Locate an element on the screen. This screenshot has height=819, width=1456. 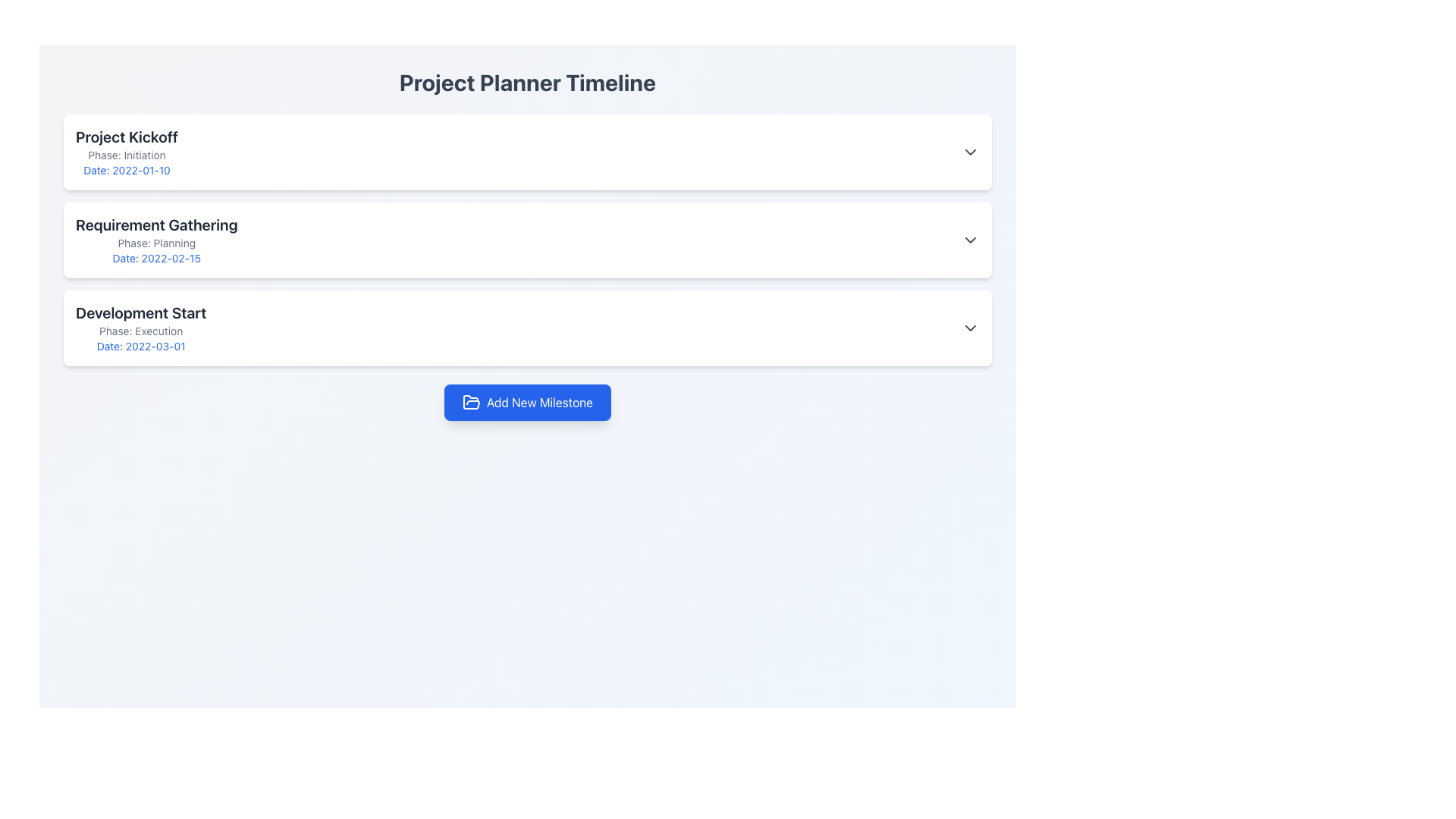
the expansion icon located at the right end of the 'Development Start' milestone section, which is the third item in the chronological list is located at coordinates (971, 327).